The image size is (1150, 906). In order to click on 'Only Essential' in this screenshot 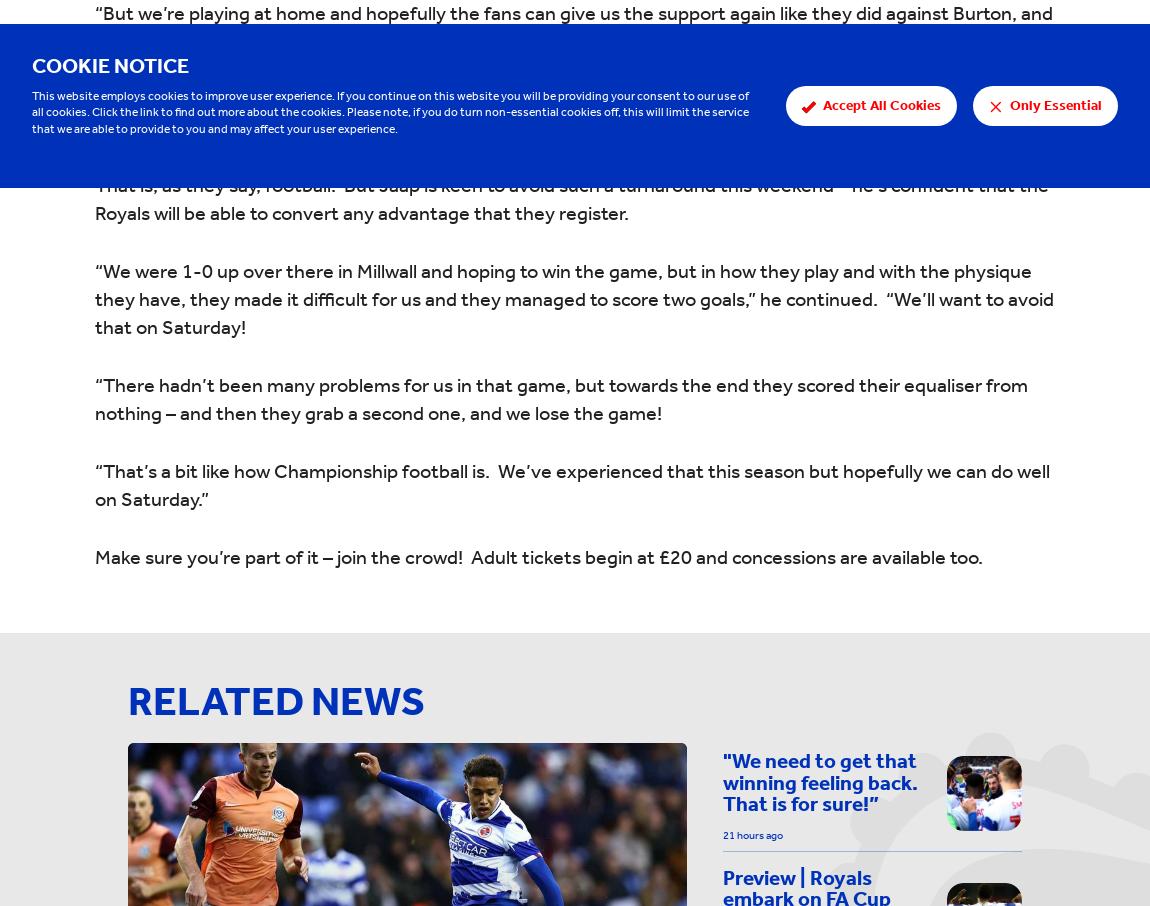, I will do `click(1056, 103)`.